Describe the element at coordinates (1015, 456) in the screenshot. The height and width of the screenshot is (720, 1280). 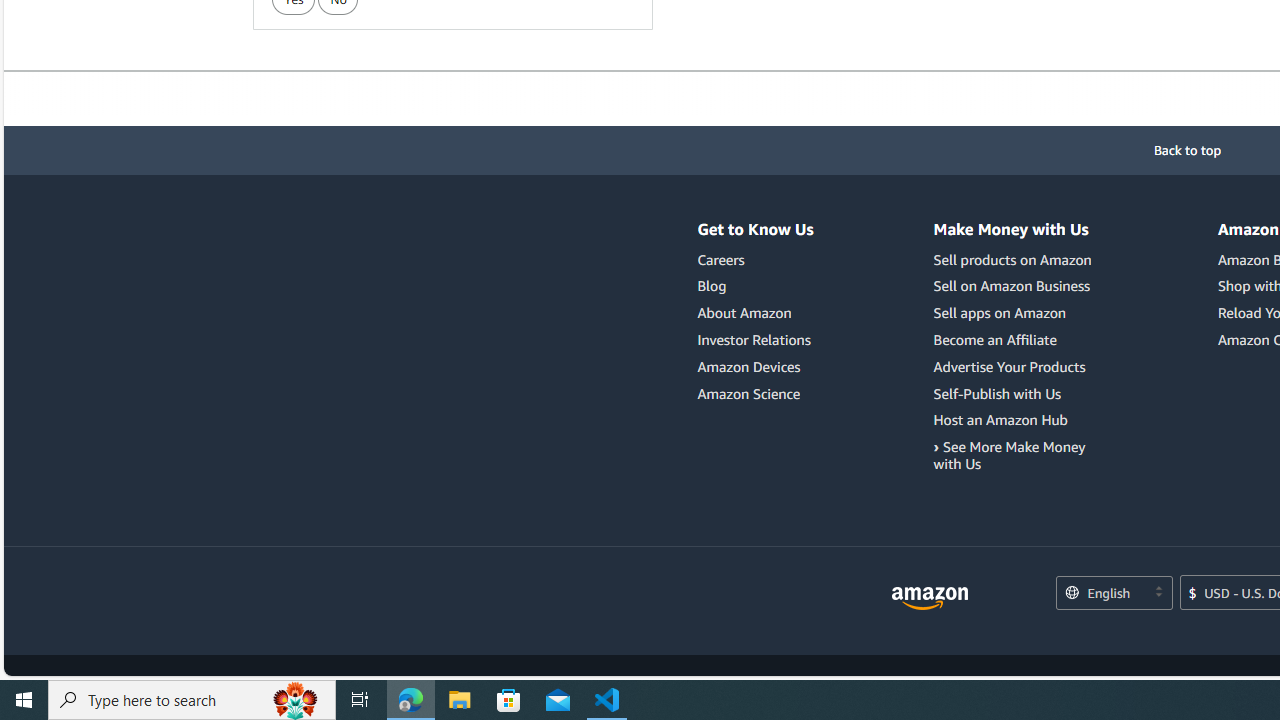
I see `'See More Make Money with Us'` at that location.